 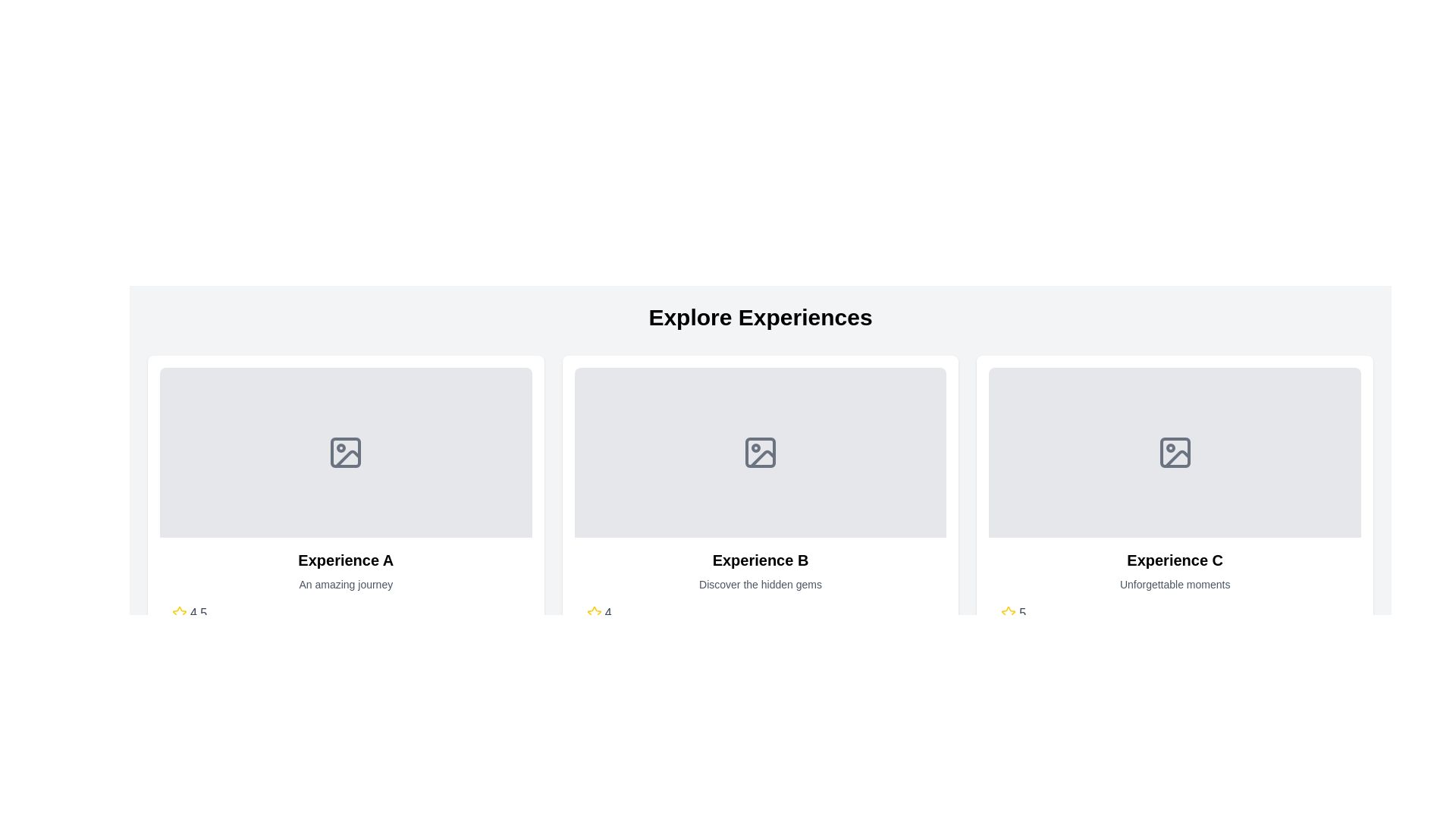 What do you see at coordinates (345, 585) in the screenshot?
I see `the Information display card featuring the bold heading 'Experience A', subtext 'An amazing journey', and a star graphic with a rating value '4.5', located in the first column under the main heading 'Explore Experiences'` at bounding box center [345, 585].